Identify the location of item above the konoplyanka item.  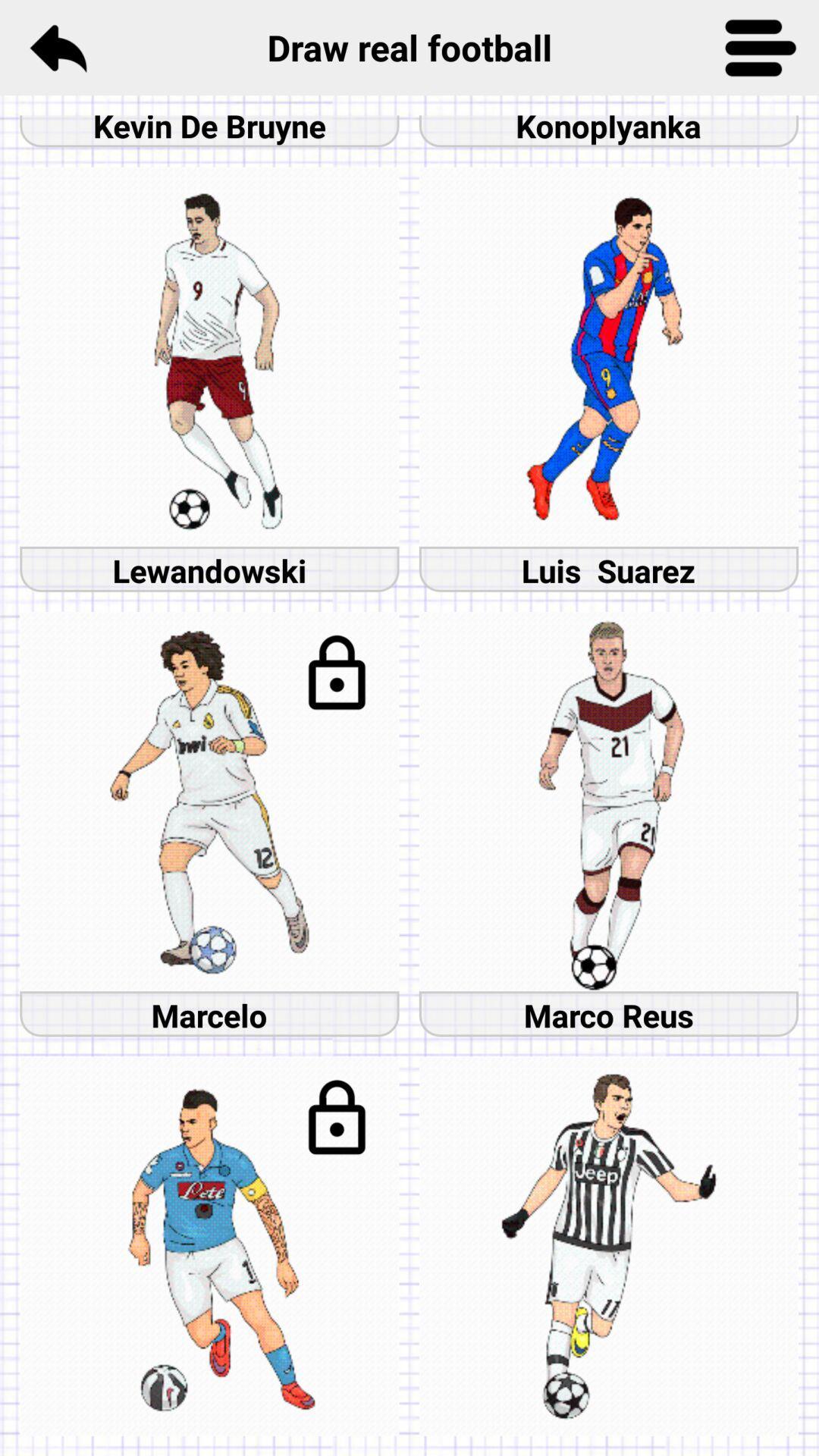
(761, 47).